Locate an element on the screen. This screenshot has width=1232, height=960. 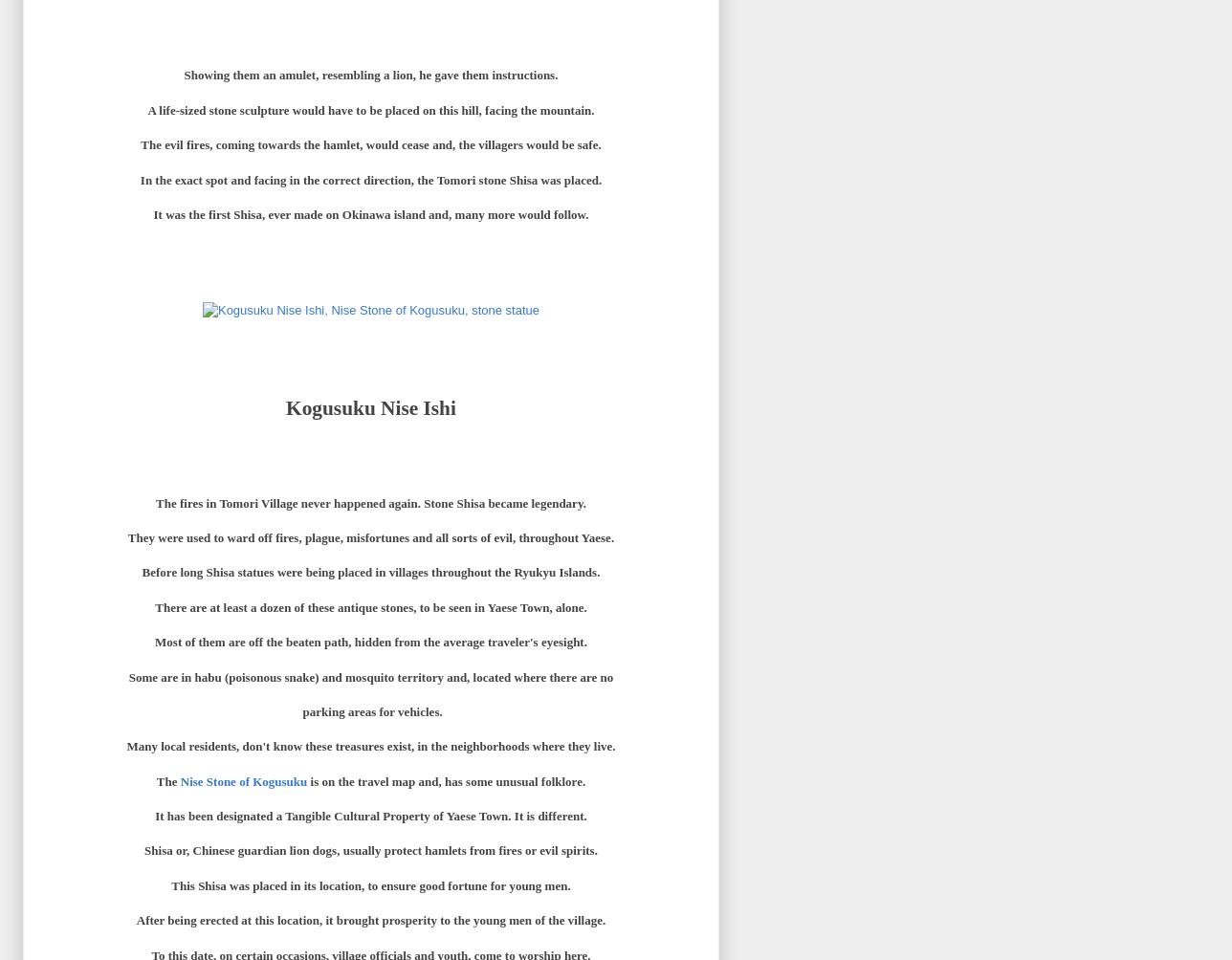
'Many local residents, don't know these treasures exist, in the neighborhoods where they live.' is located at coordinates (370, 746).